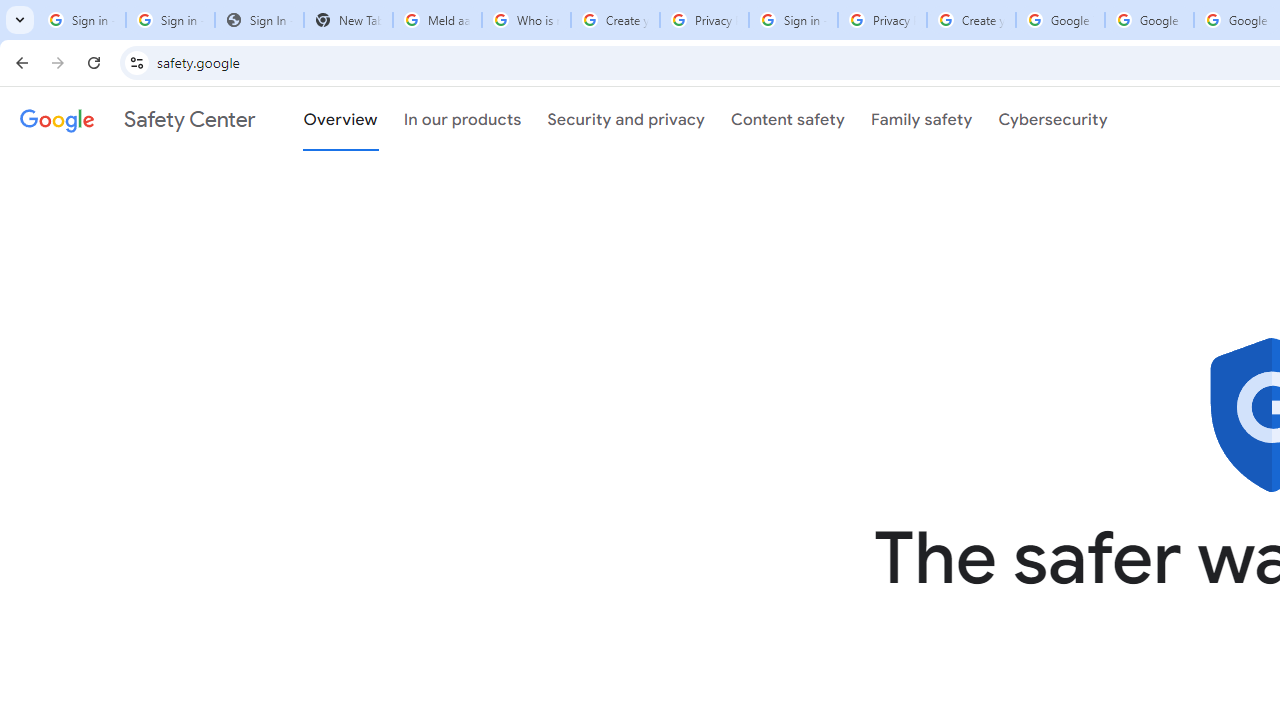  Describe the element at coordinates (136, 119) in the screenshot. I see `'Safety Center'` at that location.